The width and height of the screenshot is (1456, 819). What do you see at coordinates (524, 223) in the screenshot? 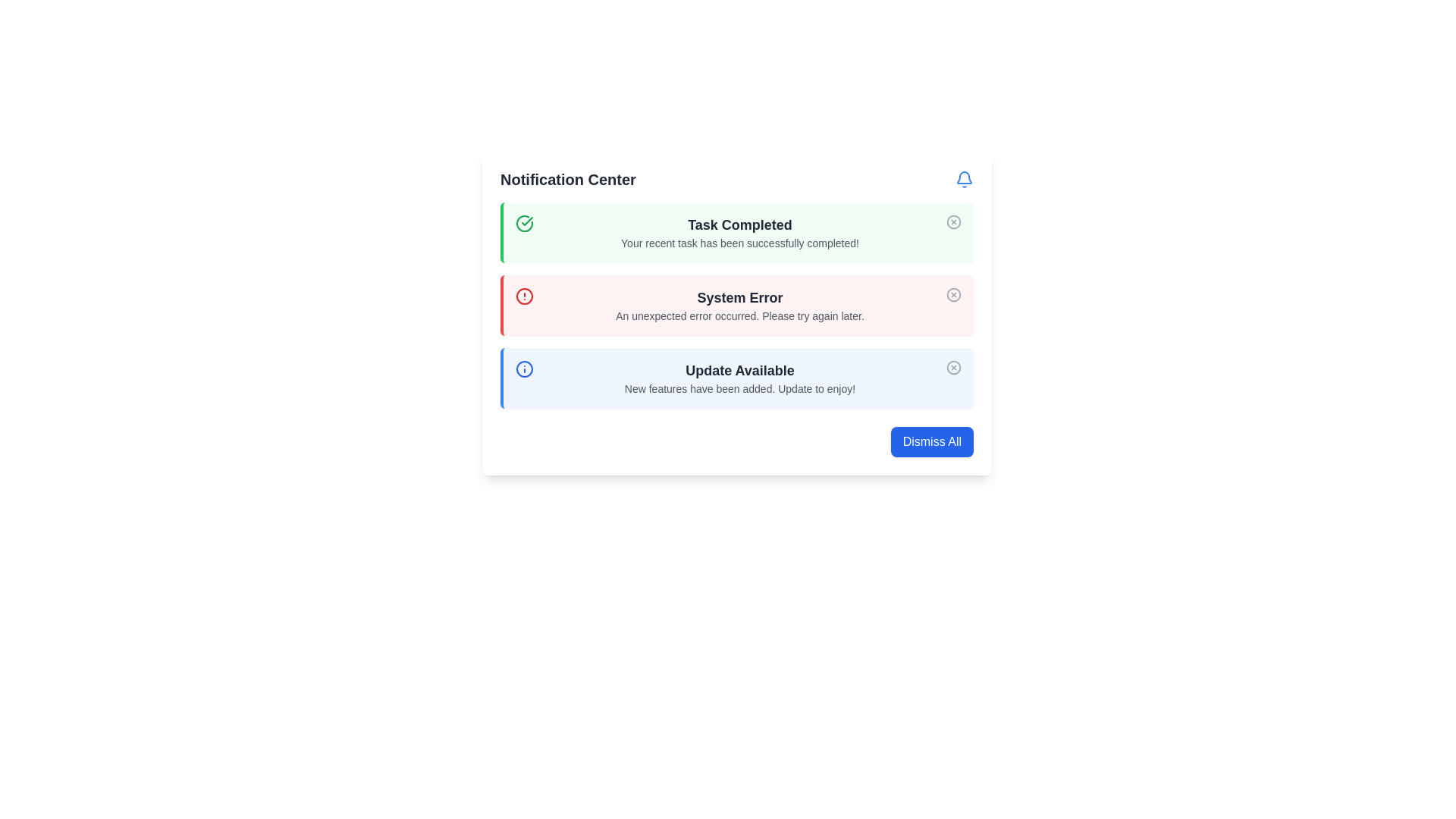
I see `the circular checkmark icon located next to the 'Task Completed' text in the notification banner` at bounding box center [524, 223].